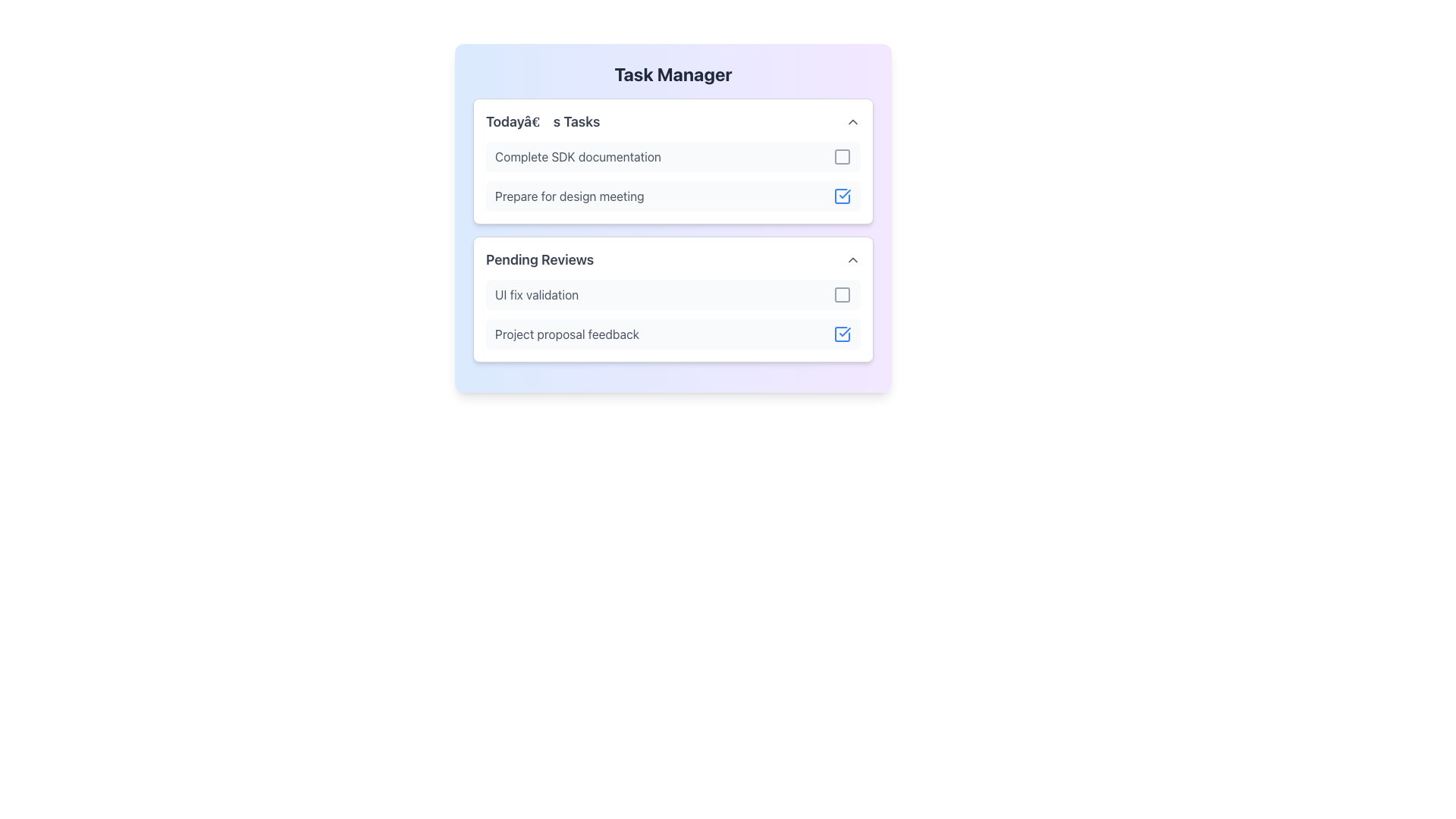 This screenshot has width=1456, height=819. I want to click on the checkbox used to mark the task 'Prepare for design meeting' as completed, so click(841, 195).